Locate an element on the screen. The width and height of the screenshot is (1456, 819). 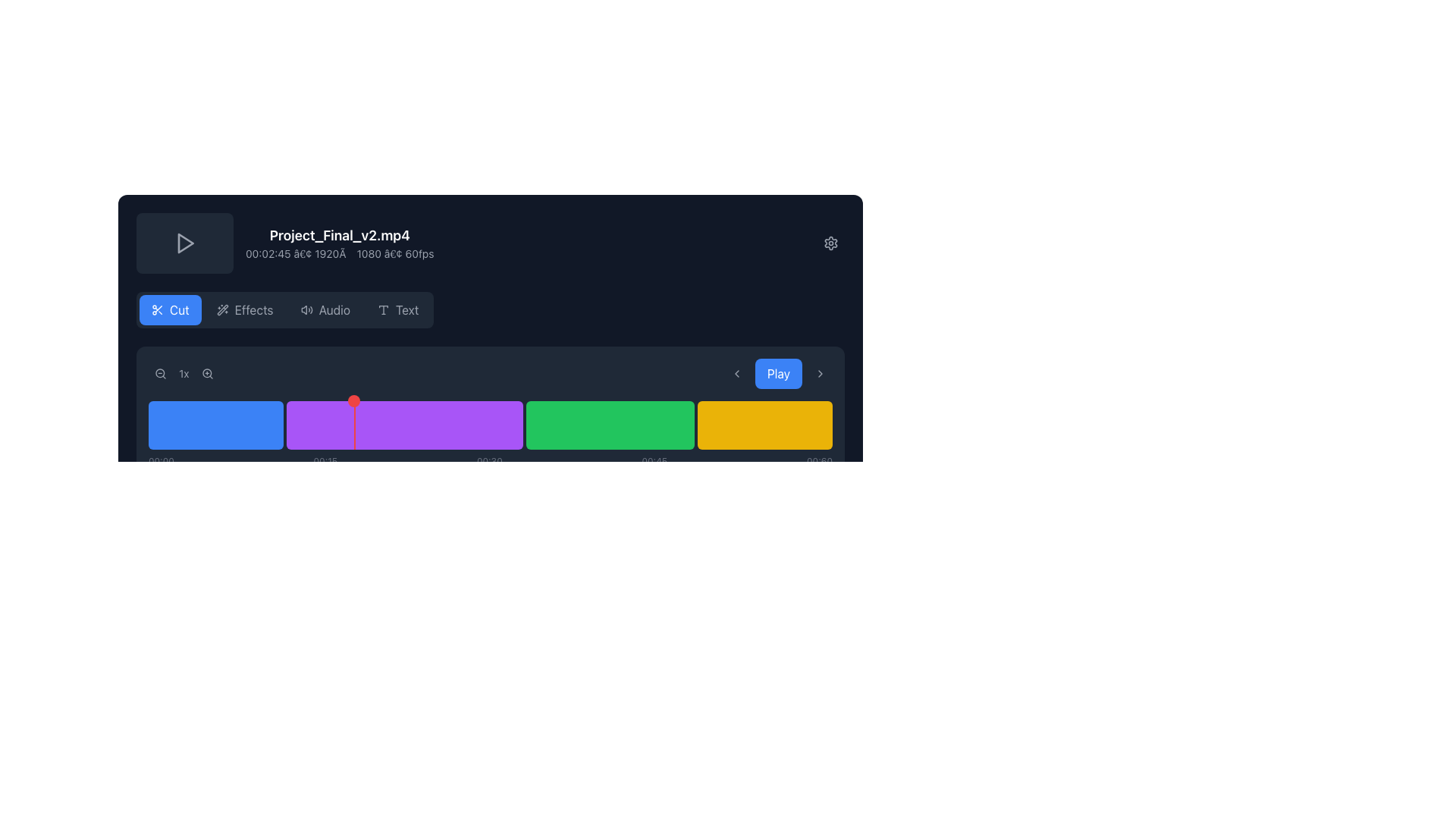
the zoom out button is located at coordinates (160, 374).